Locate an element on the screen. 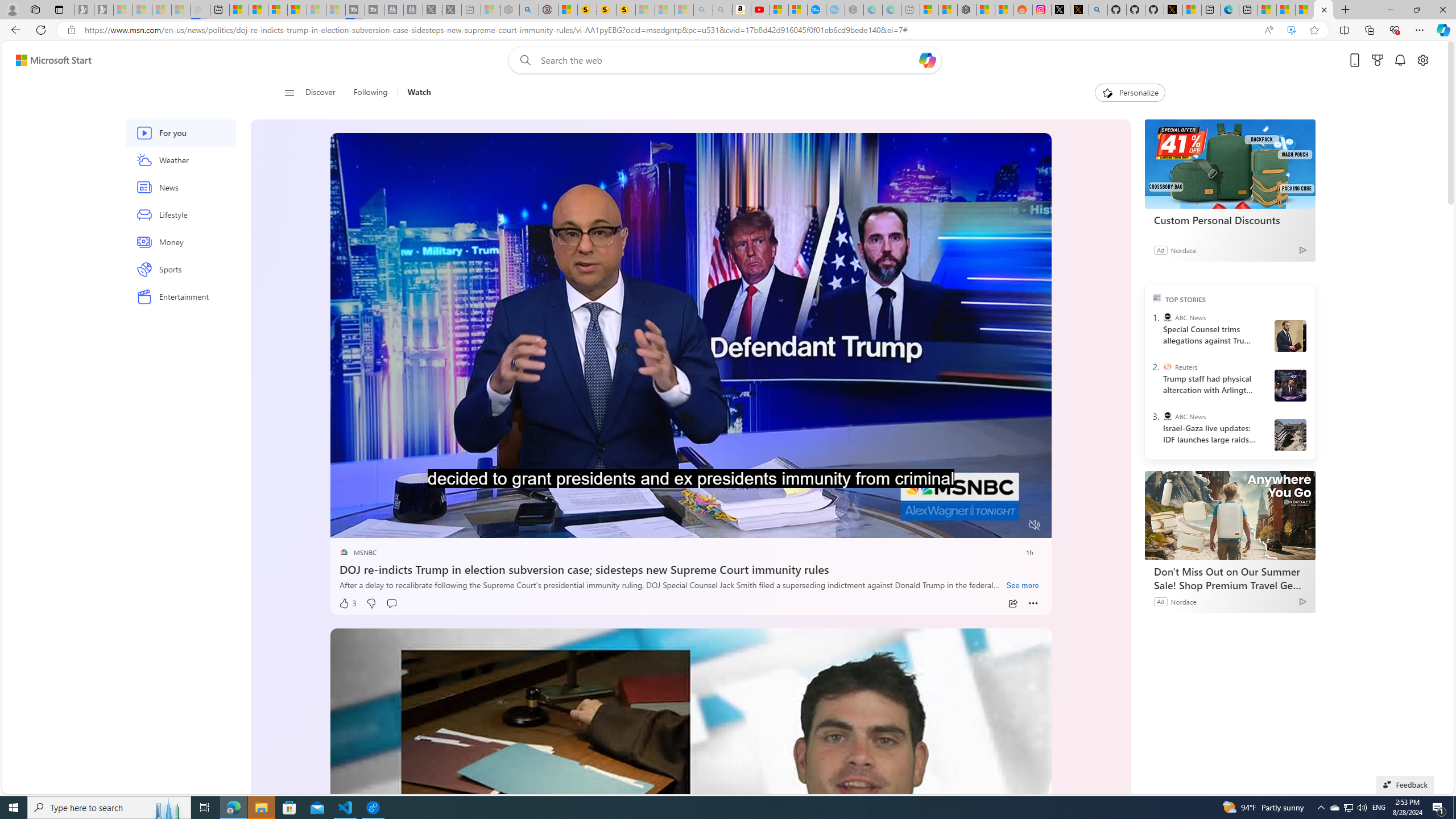 Image resolution: width=1456 pixels, height=819 pixels. '3 Like' is located at coordinates (347, 603).